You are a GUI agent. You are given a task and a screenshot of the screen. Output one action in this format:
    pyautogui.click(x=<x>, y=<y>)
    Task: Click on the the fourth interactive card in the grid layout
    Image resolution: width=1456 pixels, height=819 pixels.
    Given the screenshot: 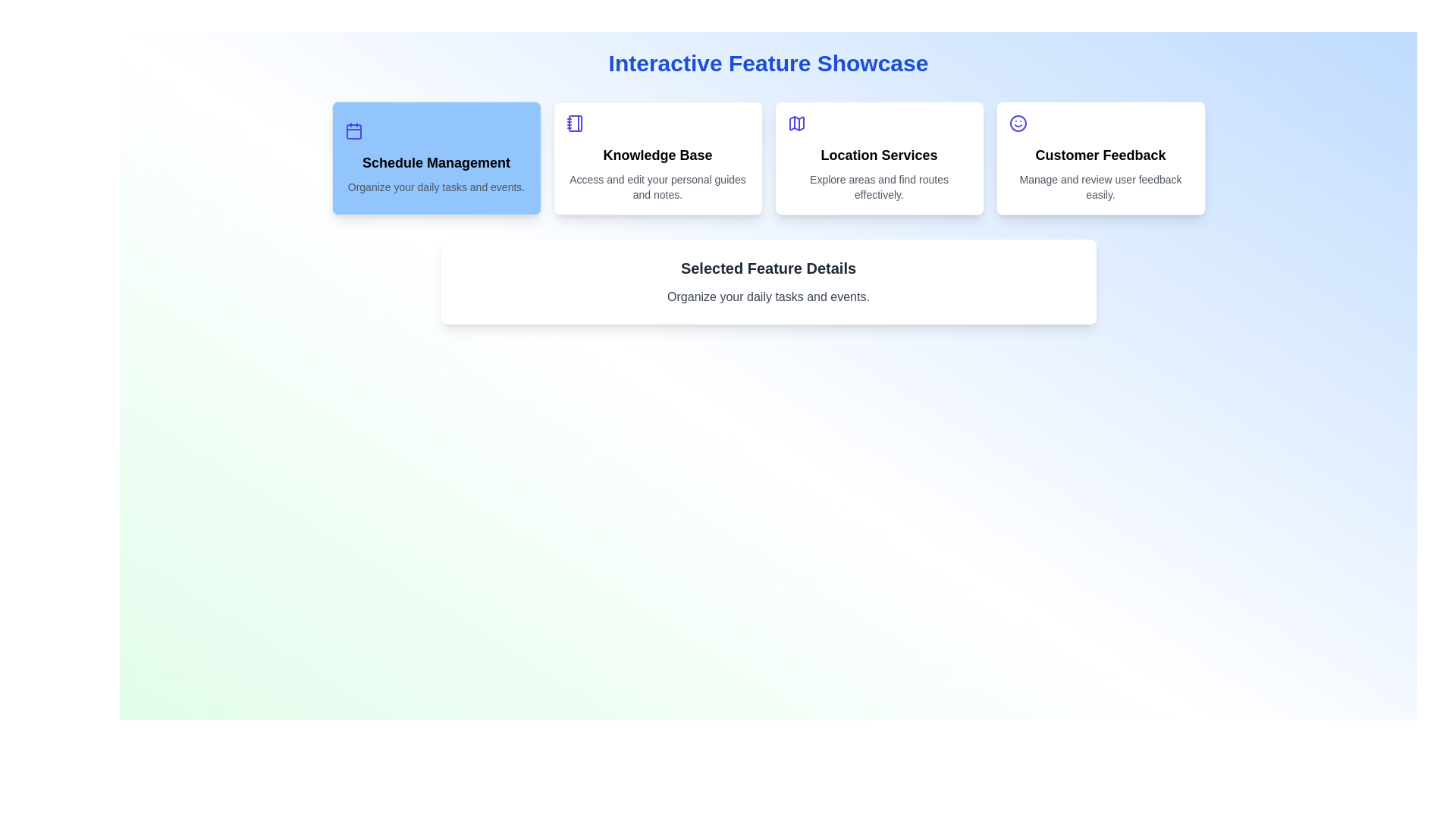 What is the action you would take?
    pyautogui.click(x=1100, y=158)
    